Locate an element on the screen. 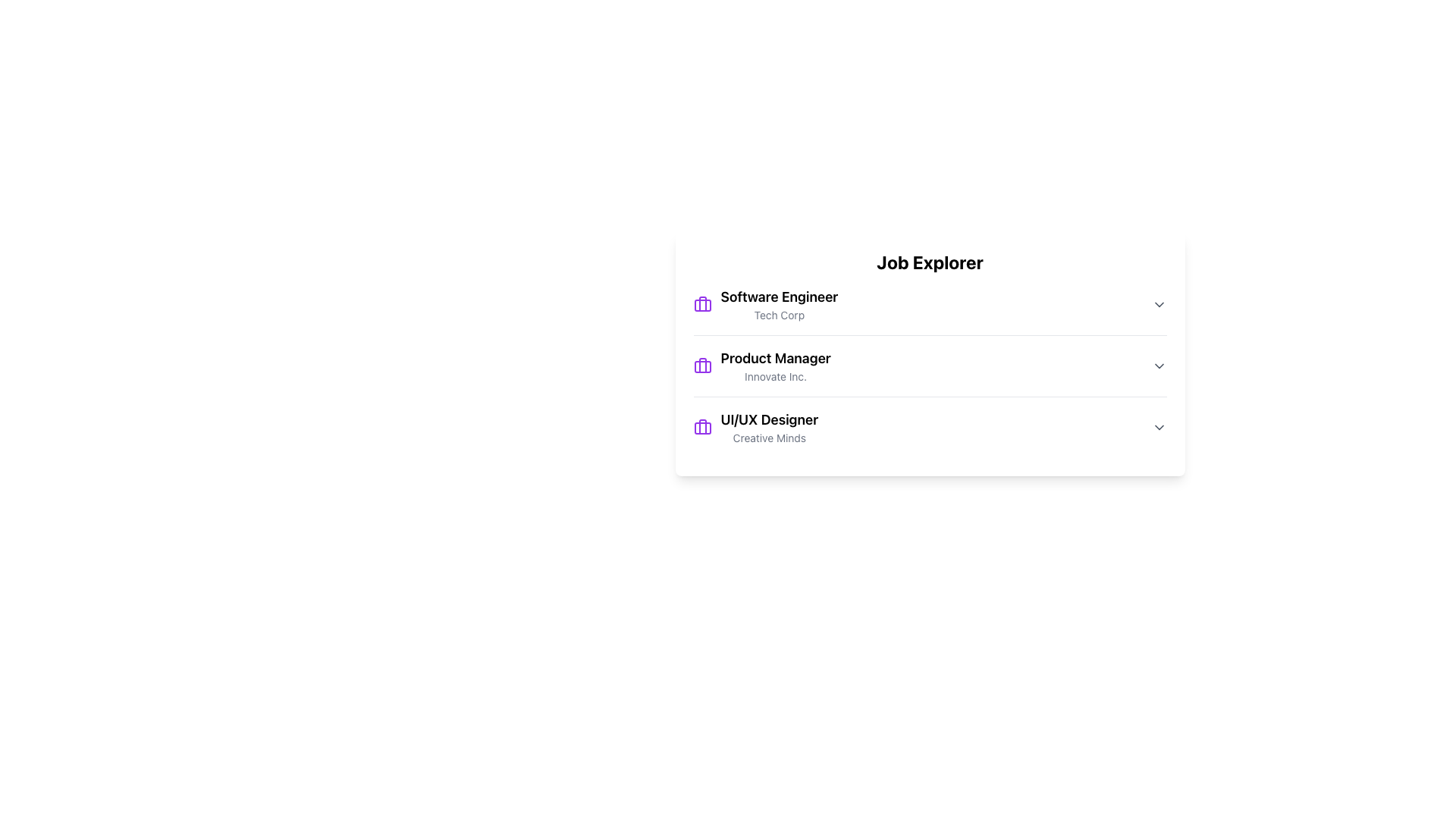  text label displaying 'Product Manager', which is prominently styled and located above the company name 'Innovate Inc.' in the job listing interface is located at coordinates (776, 359).